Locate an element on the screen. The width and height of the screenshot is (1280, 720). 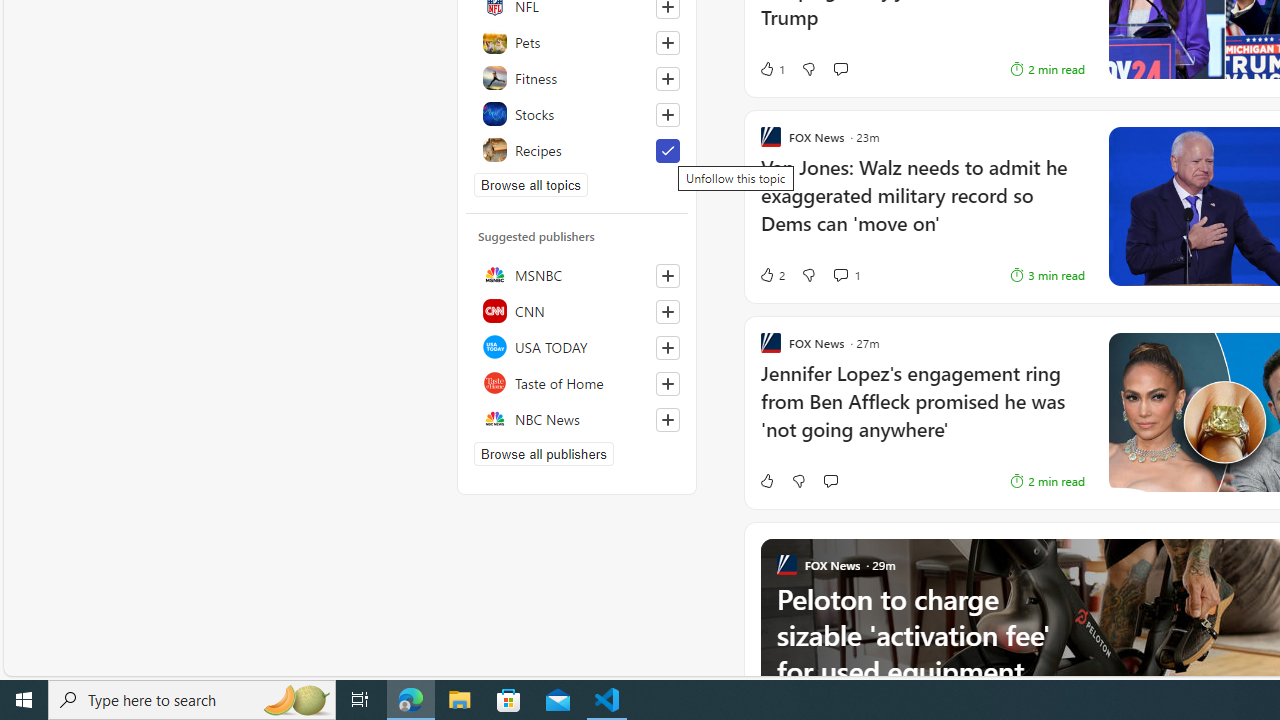
'USA TODAY' is located at coordinates (576, 346).